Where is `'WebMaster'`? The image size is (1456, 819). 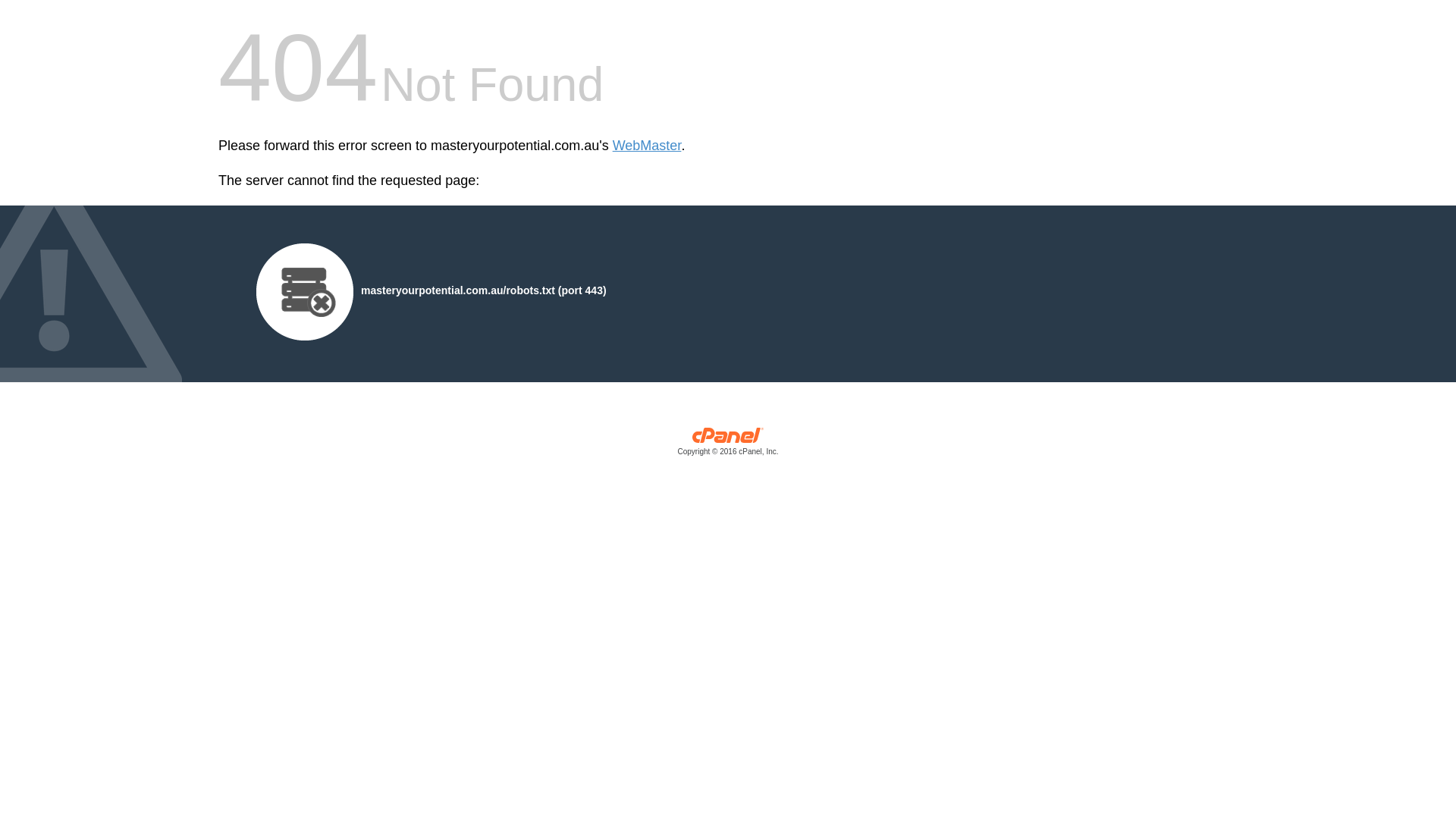
'WebMaster' is located at coordinates (647, 146).